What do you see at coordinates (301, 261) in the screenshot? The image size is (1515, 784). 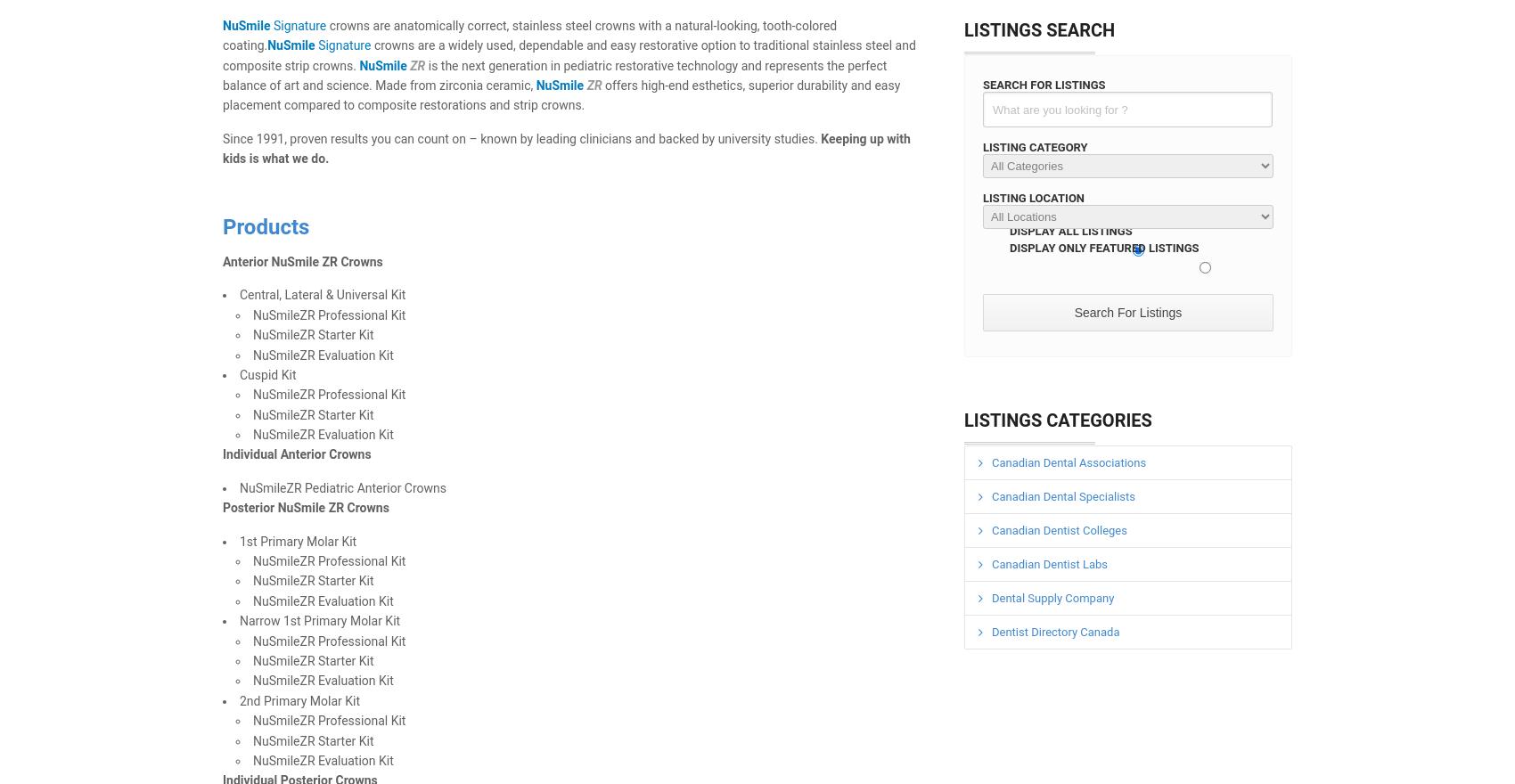 I see `'Anterior NuSmile ZR Crowns'` at bounding box center [301, 261].